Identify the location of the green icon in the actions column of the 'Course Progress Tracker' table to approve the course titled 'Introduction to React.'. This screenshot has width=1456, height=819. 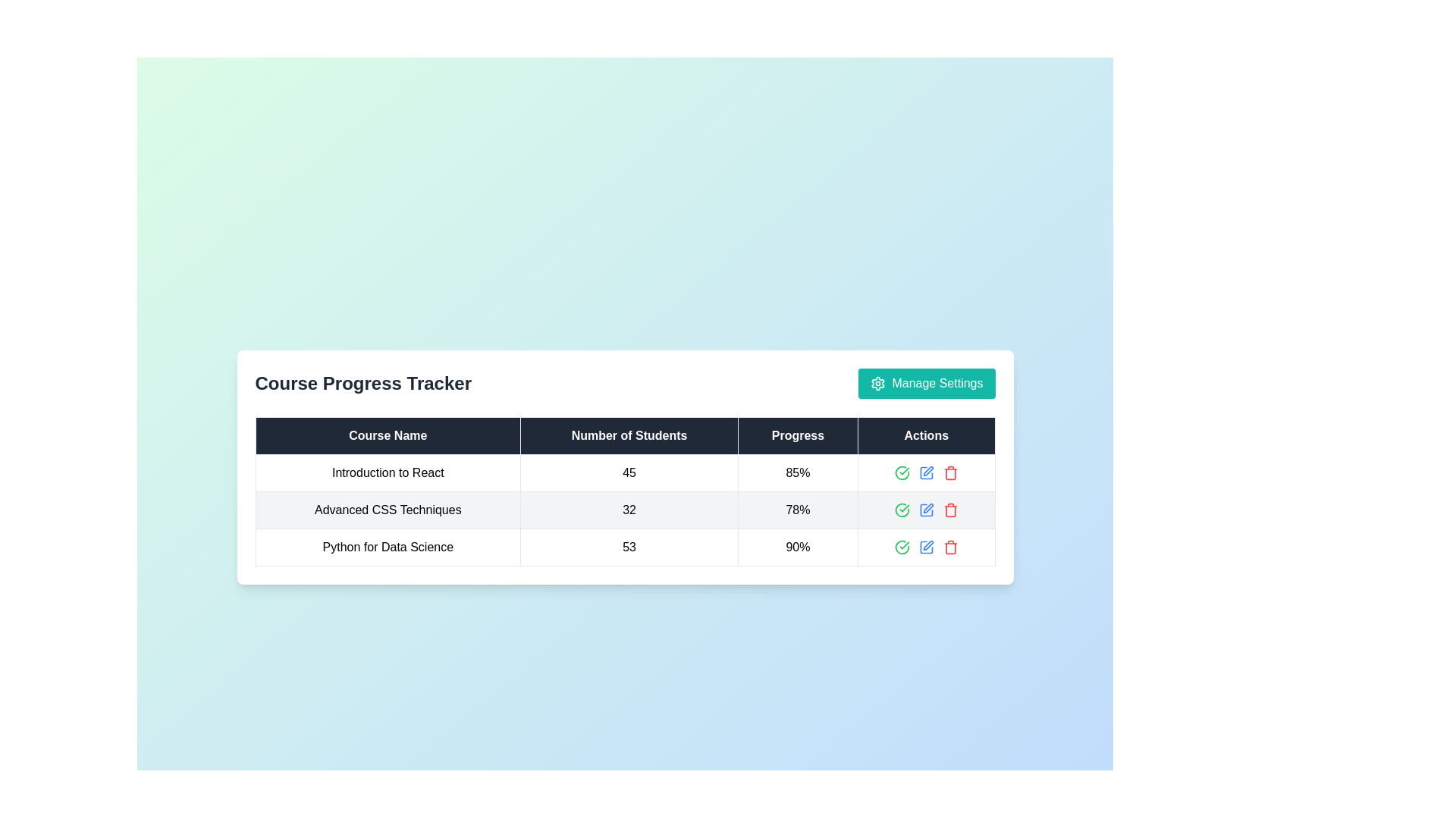
(925, 472).